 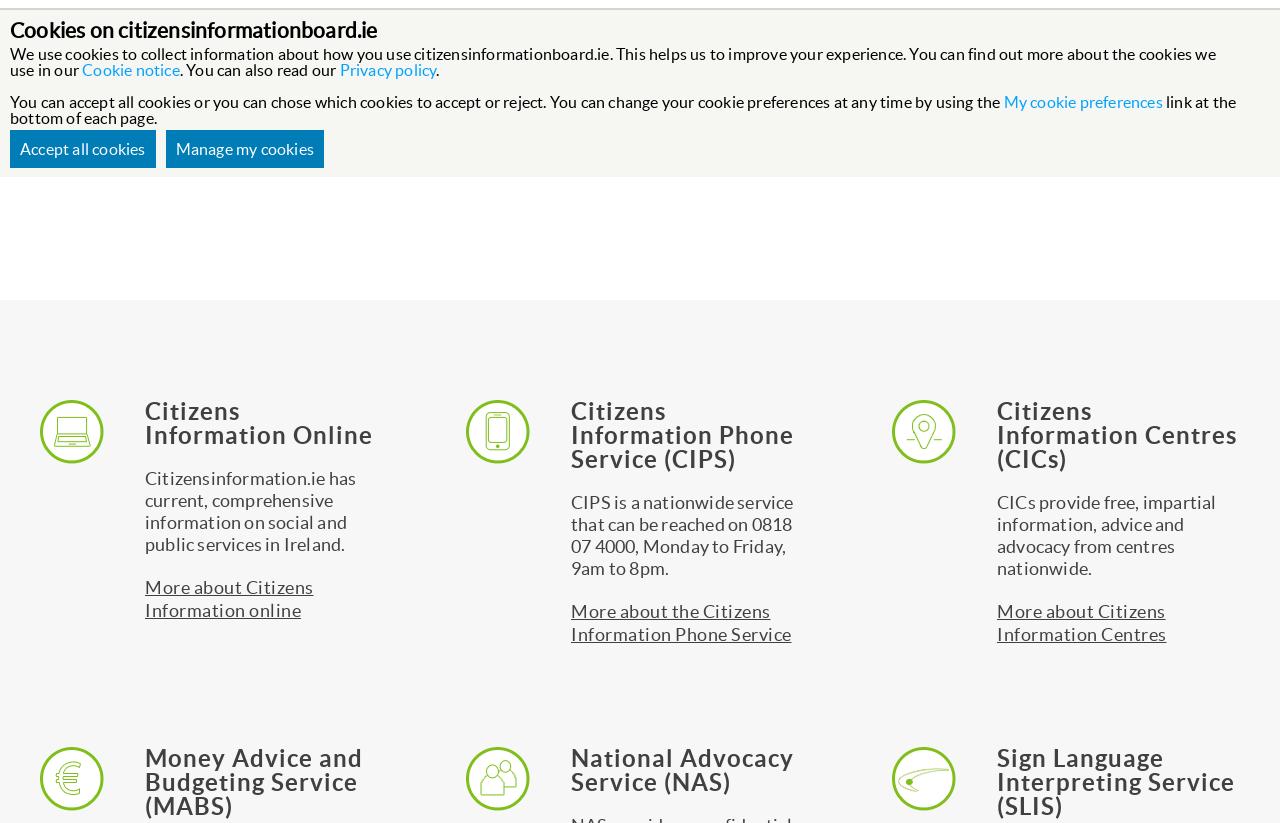 What do you see at coordinates (257, 70) in the screenshot?
I see `'. You can also read our'` at bounding box center [257, 70].